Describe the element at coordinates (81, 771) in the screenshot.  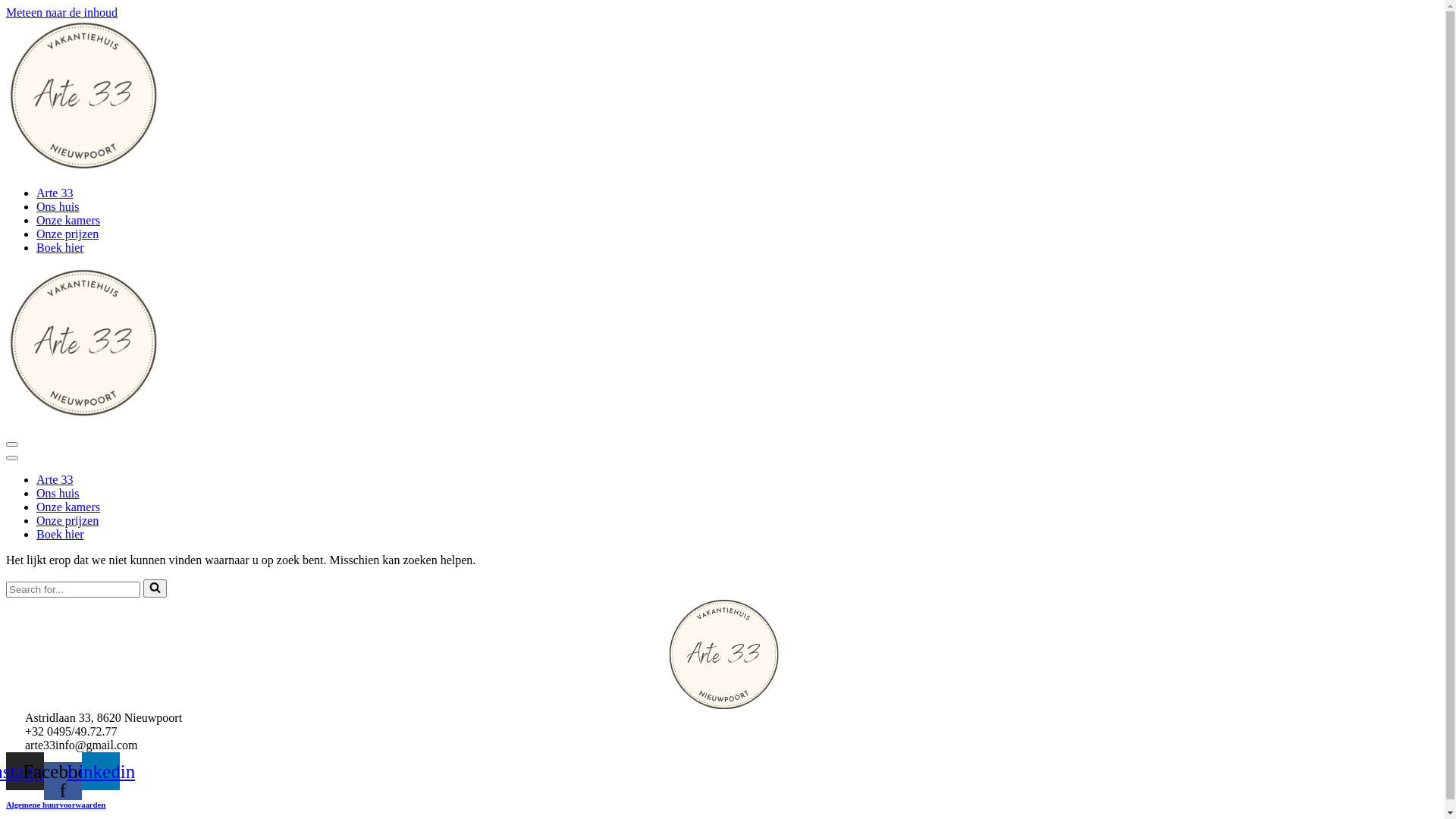
I see `'Linkedin'` at that location.